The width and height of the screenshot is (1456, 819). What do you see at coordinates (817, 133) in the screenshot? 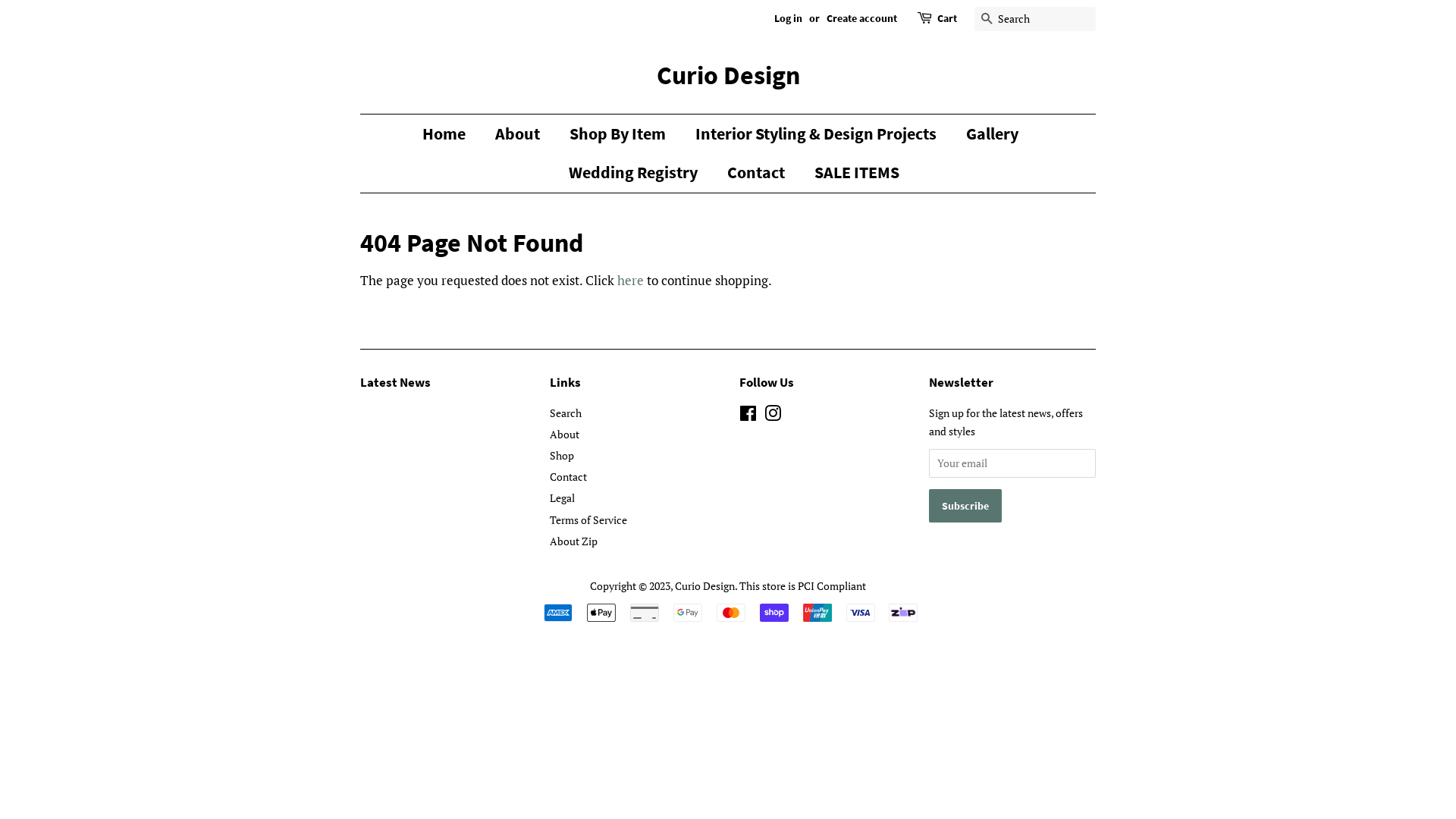
I see `'Interior Styling & Design Projects'` at bounding box center [817, 133].